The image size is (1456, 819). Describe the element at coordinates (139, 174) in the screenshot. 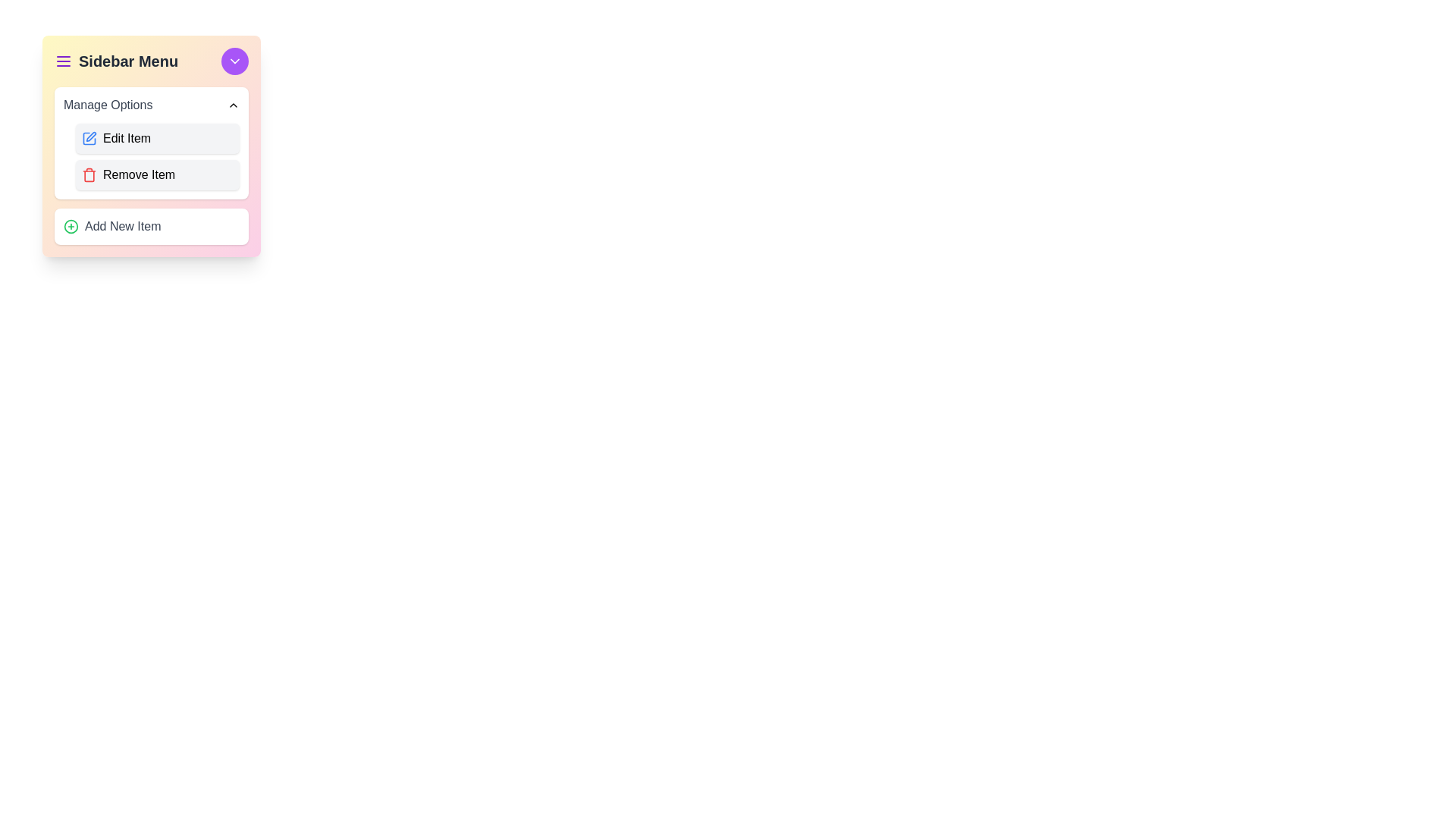

I see `the 'Remove Item' text label in the menu under 'Manage Options'` at that location.